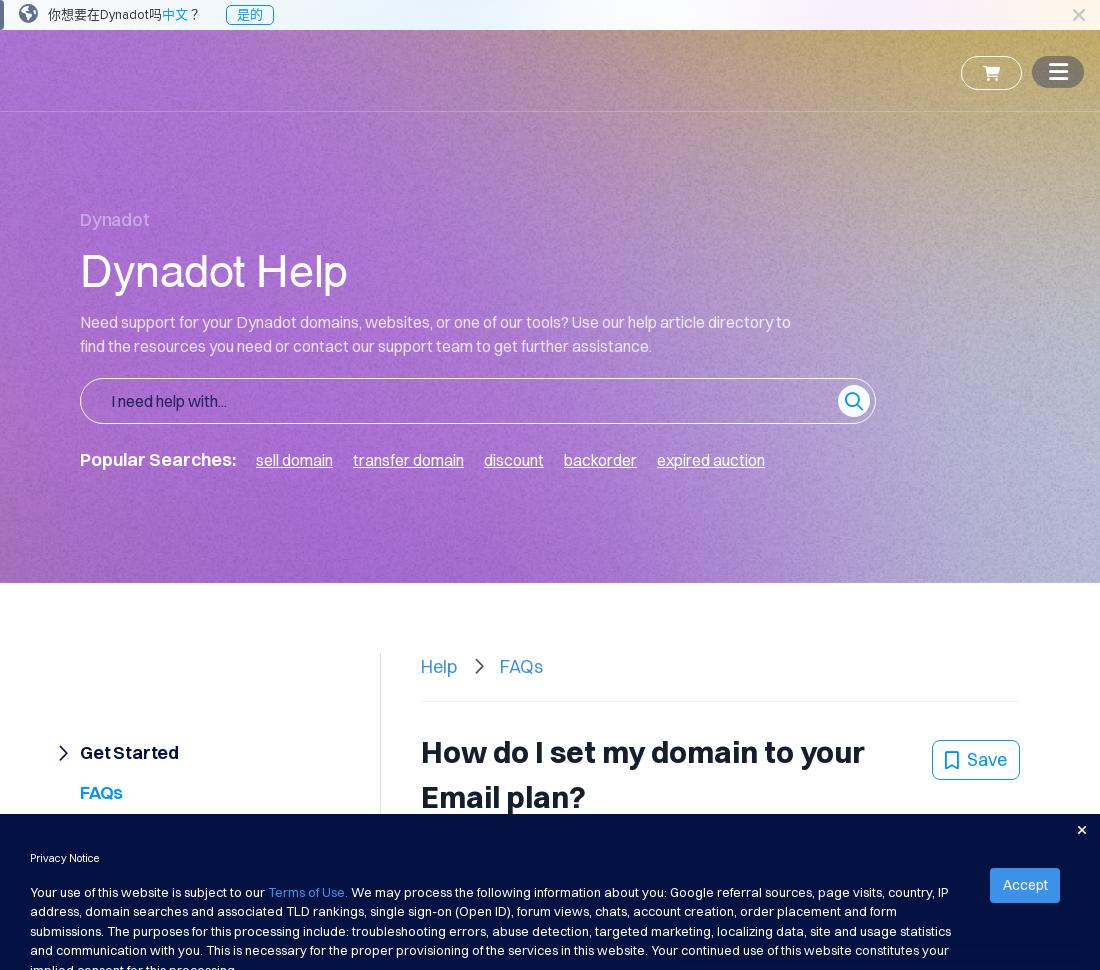 The image size is (1100, 970). Describe the element at coordinates (986, 758) in the screenshot. I see `'Save'` at that location.